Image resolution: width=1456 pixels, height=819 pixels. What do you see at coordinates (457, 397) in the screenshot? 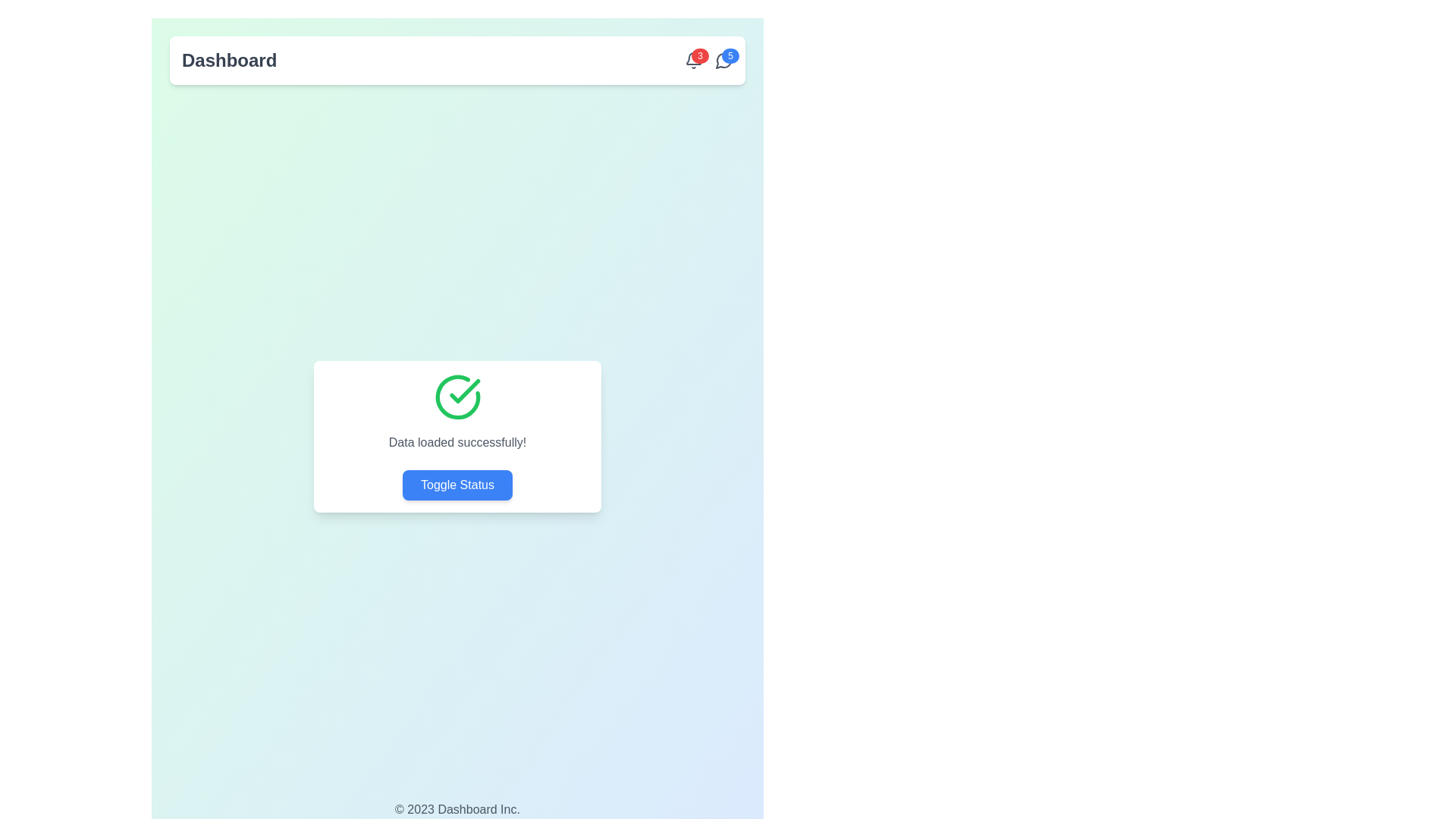
I see `the left semi-circle portion of the circular success icon with a checkmark inside, which is located in the center of the modal dialog` at bounding box center [457, 397].